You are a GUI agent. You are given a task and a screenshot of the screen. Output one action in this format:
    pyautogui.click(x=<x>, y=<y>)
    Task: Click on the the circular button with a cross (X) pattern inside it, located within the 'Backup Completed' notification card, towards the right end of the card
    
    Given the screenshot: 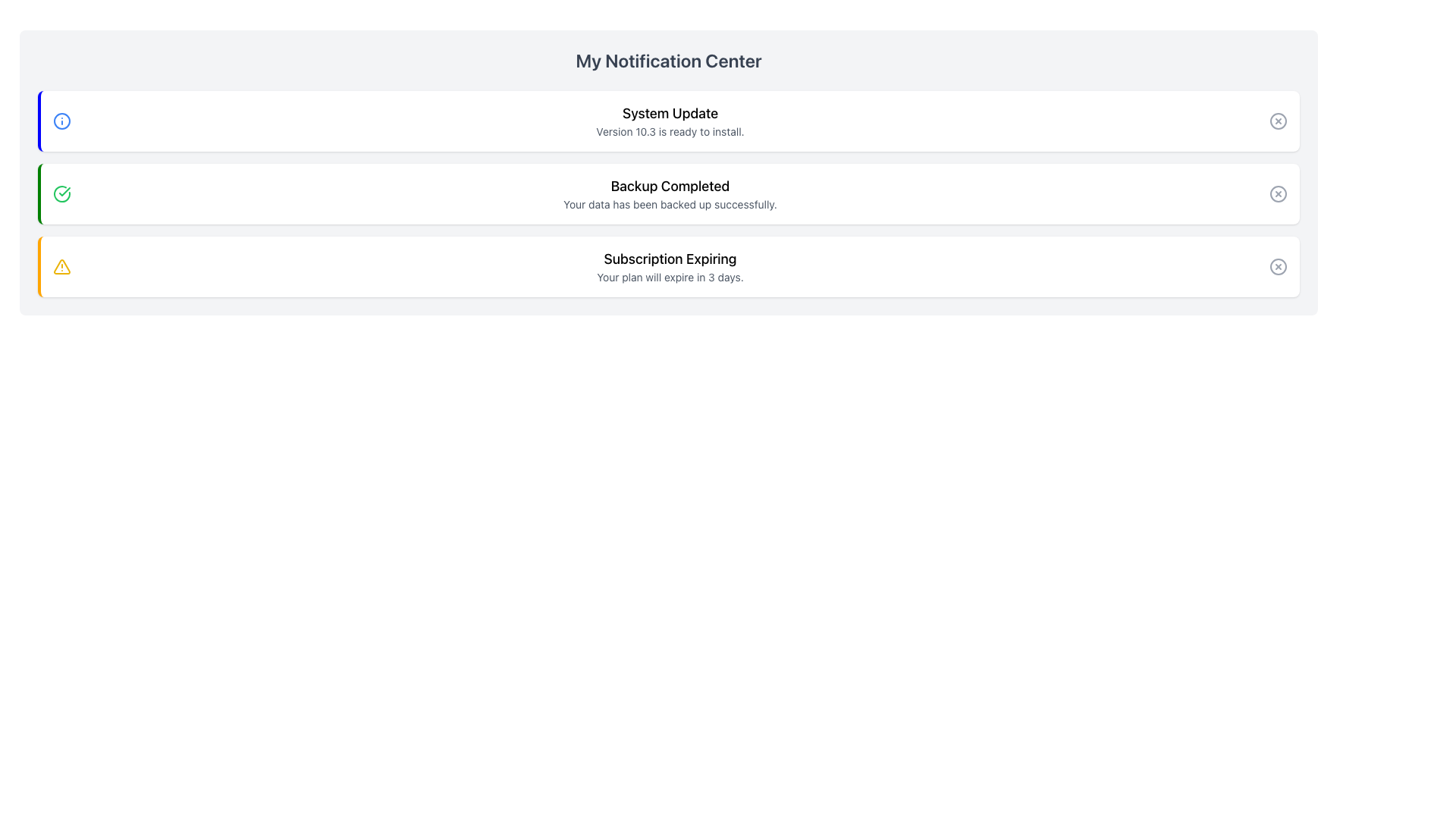 What is the action you would take?
    pyautogui.click(x=1277, y=193)
    